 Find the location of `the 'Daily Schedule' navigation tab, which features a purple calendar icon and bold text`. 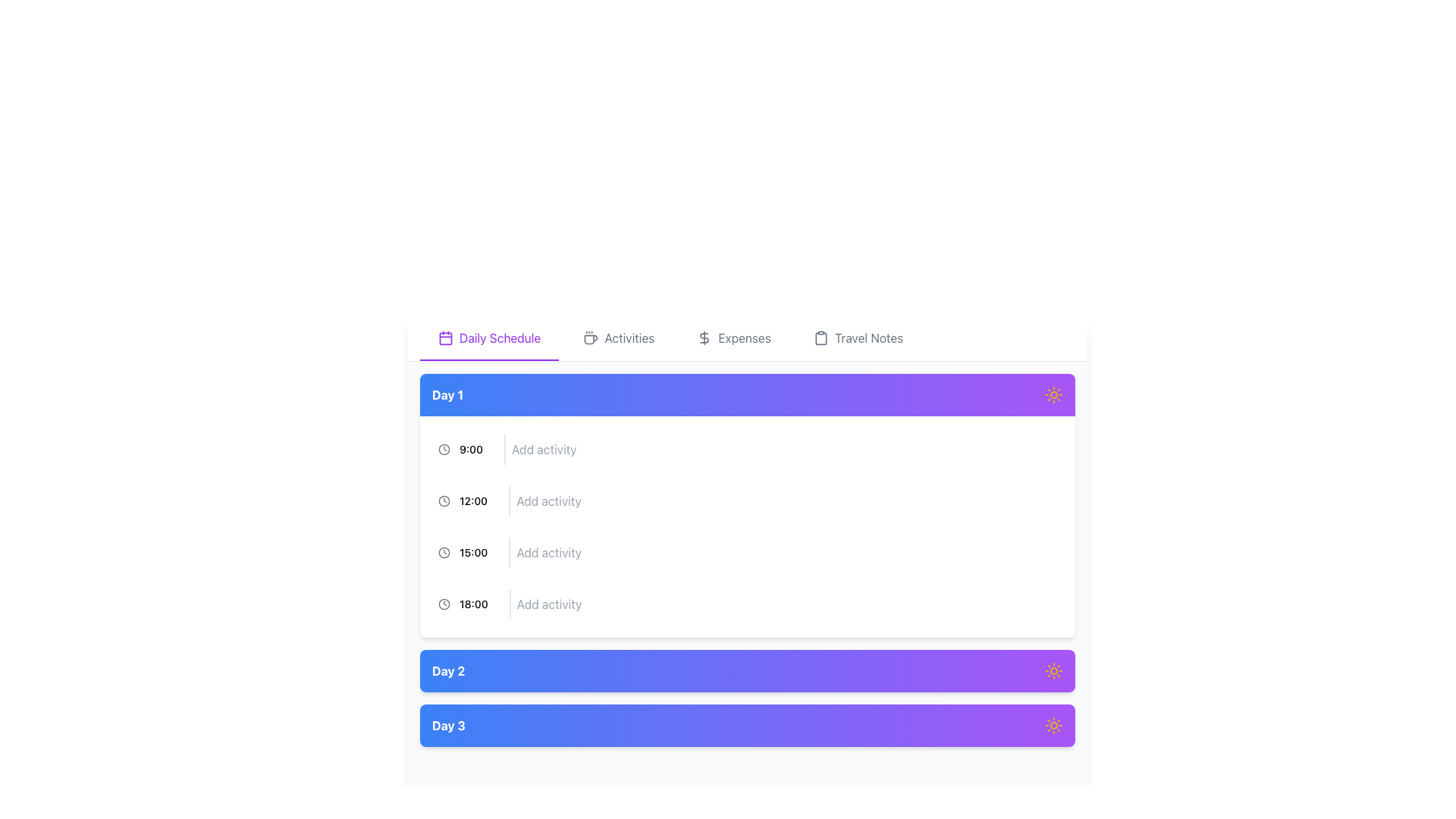

the 'Daily Schedule' navigation tab, which features a purple calendar icon and bold text is located at coordinates (489, 338).